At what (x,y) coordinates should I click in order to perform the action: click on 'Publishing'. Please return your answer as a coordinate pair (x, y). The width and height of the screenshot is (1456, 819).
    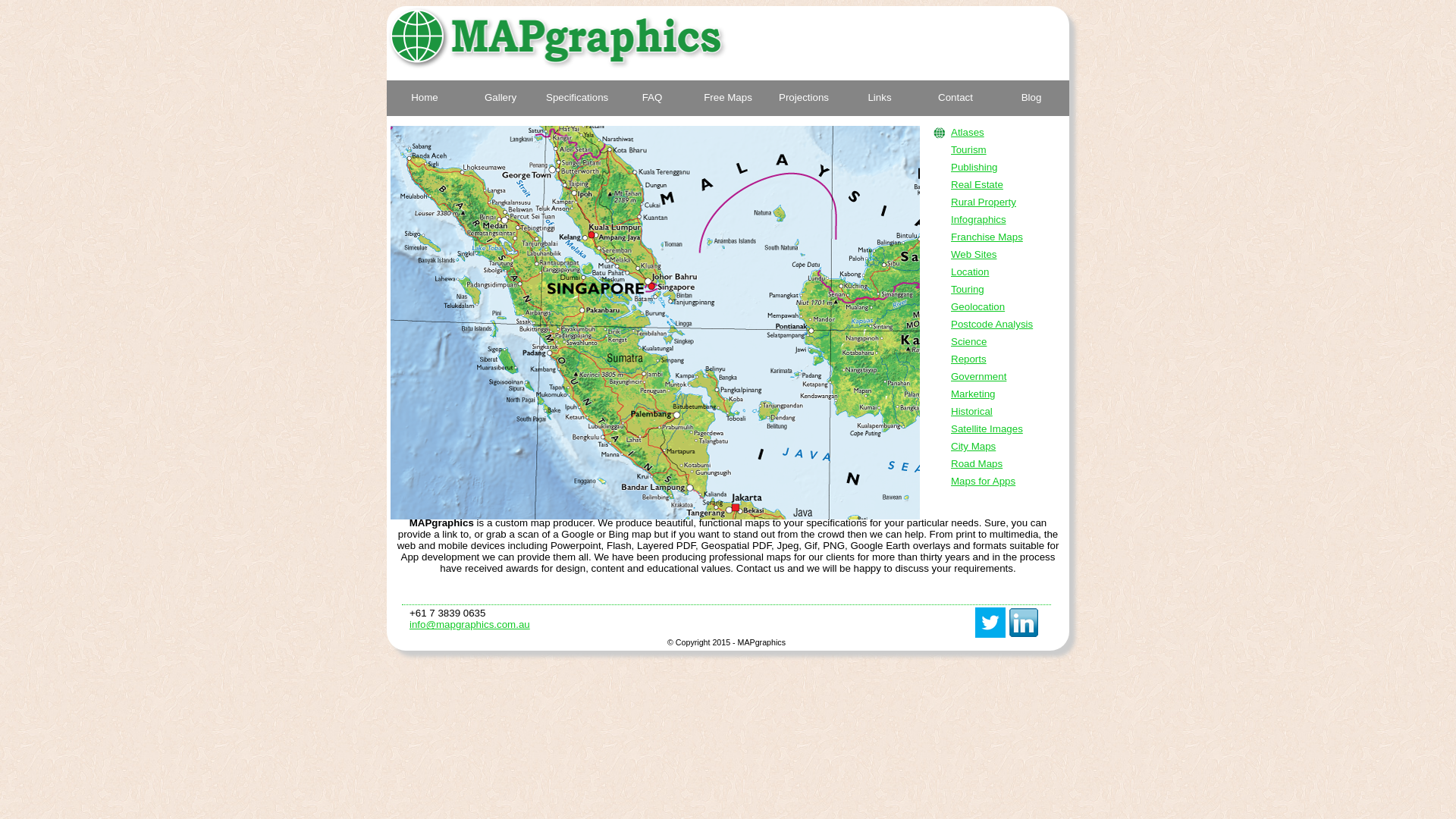
    Looking at the image, I should click on (974, 167).